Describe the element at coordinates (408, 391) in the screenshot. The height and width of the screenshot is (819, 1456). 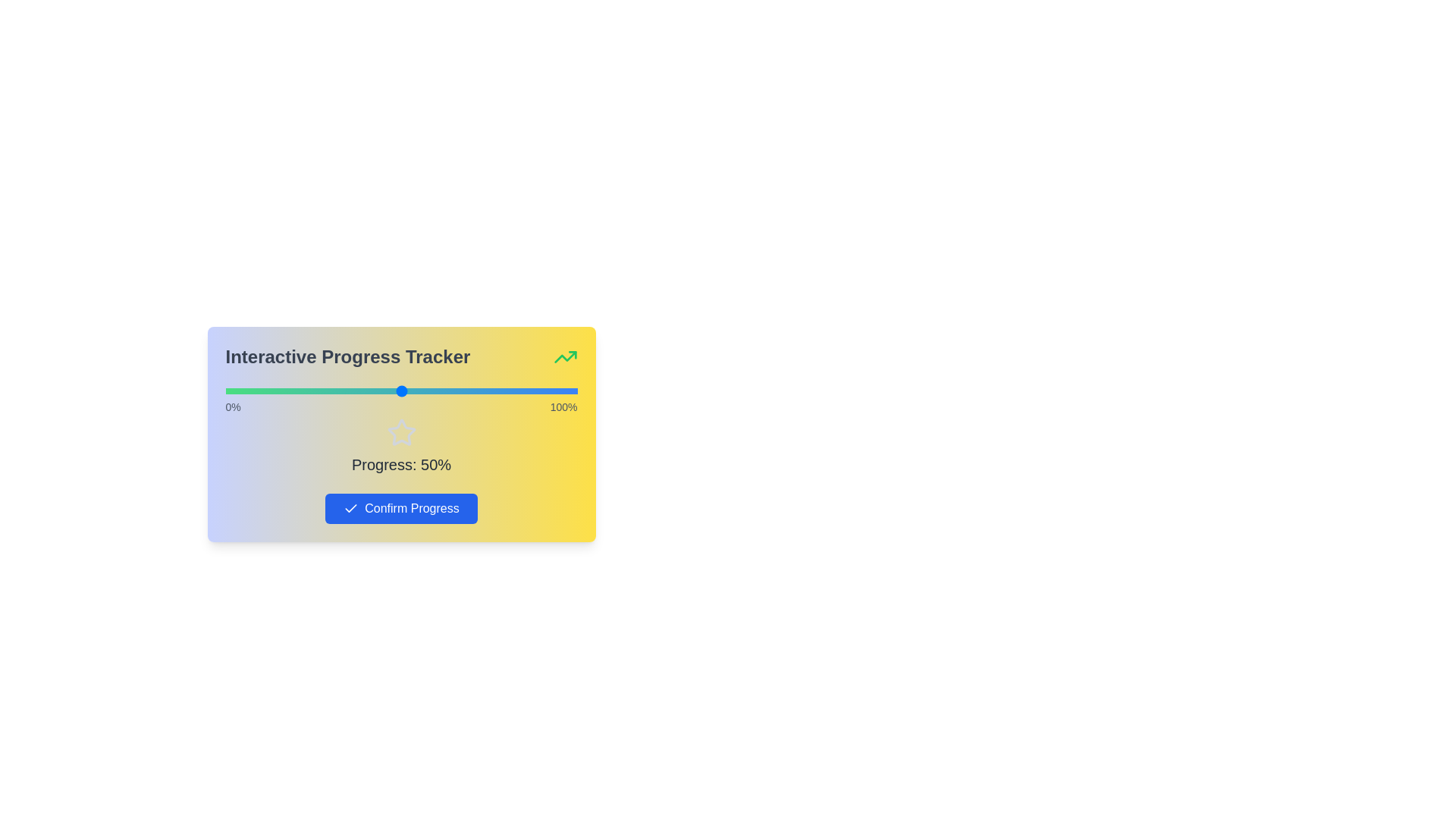
I see `the slider to set the progress percentage to 52` at that location.